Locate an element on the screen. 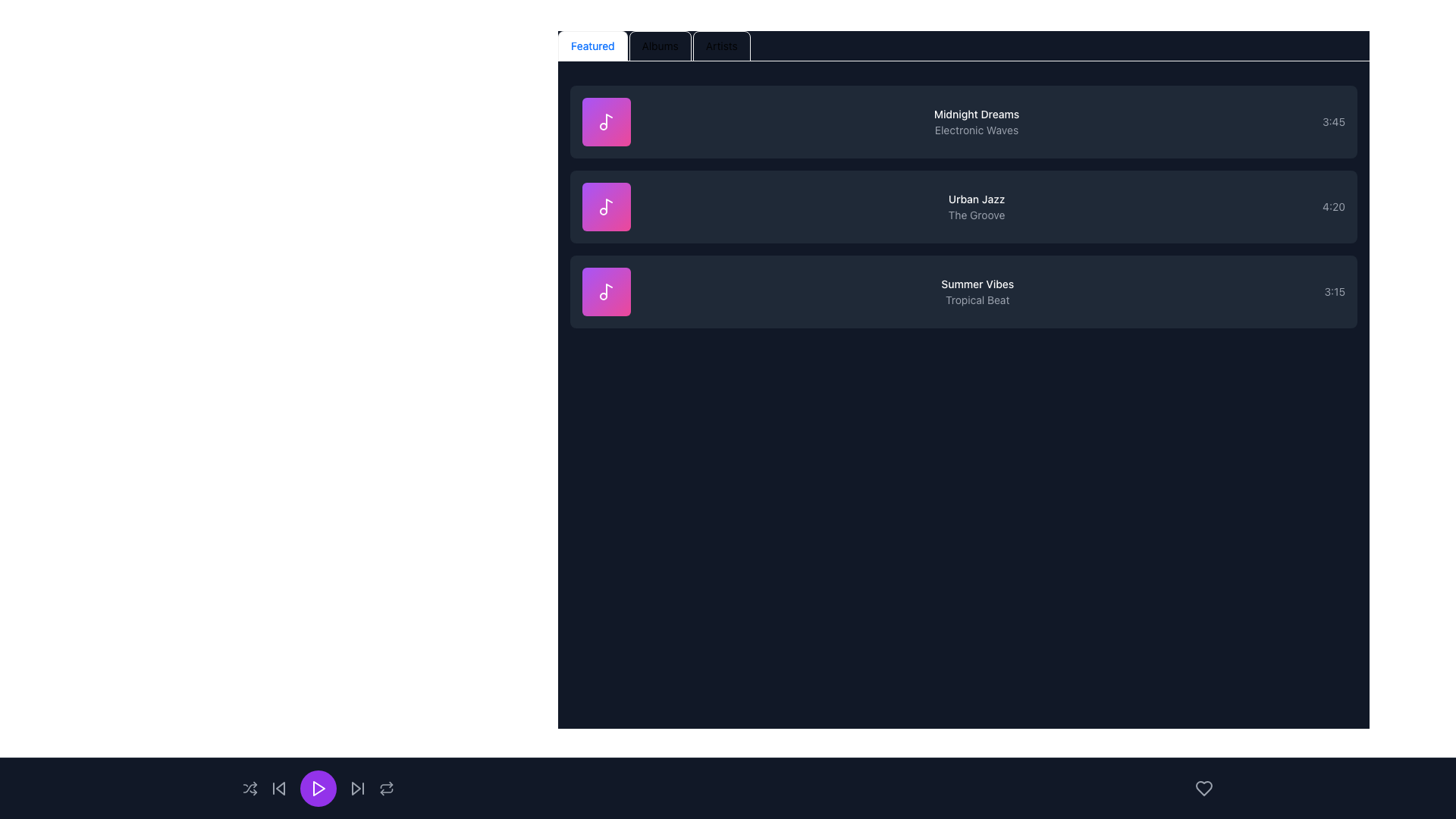 Image resolution: width=1456 pixels, height=819 pixels. text content of the subtitle label located below the 'Summer Vibes' title in the third row of the vertical list layout is located at coordinates (977, 300).